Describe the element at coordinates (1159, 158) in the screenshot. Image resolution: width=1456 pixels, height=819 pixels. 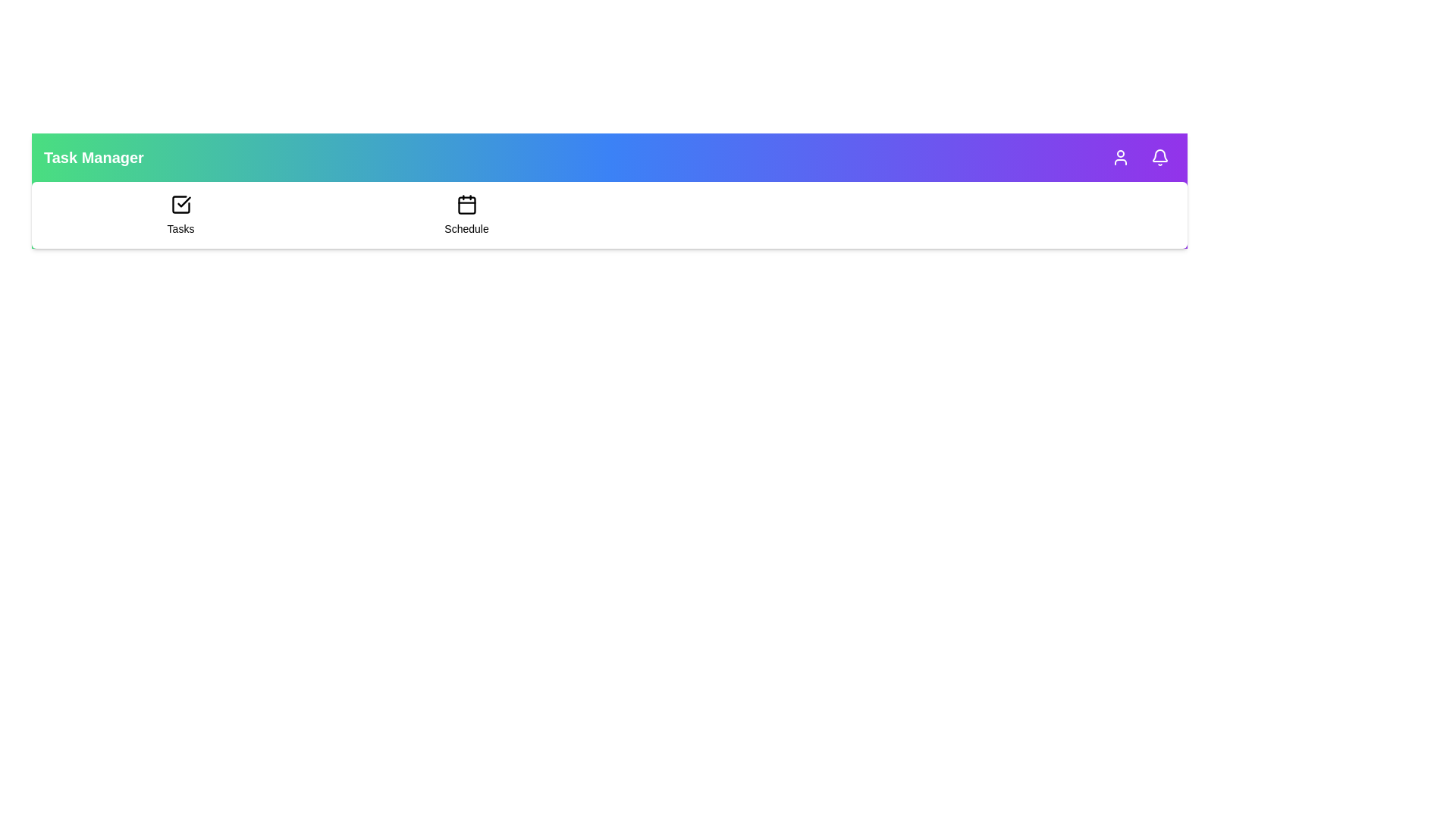
I see `the notifications icon in the TaskAppBar` at that location.